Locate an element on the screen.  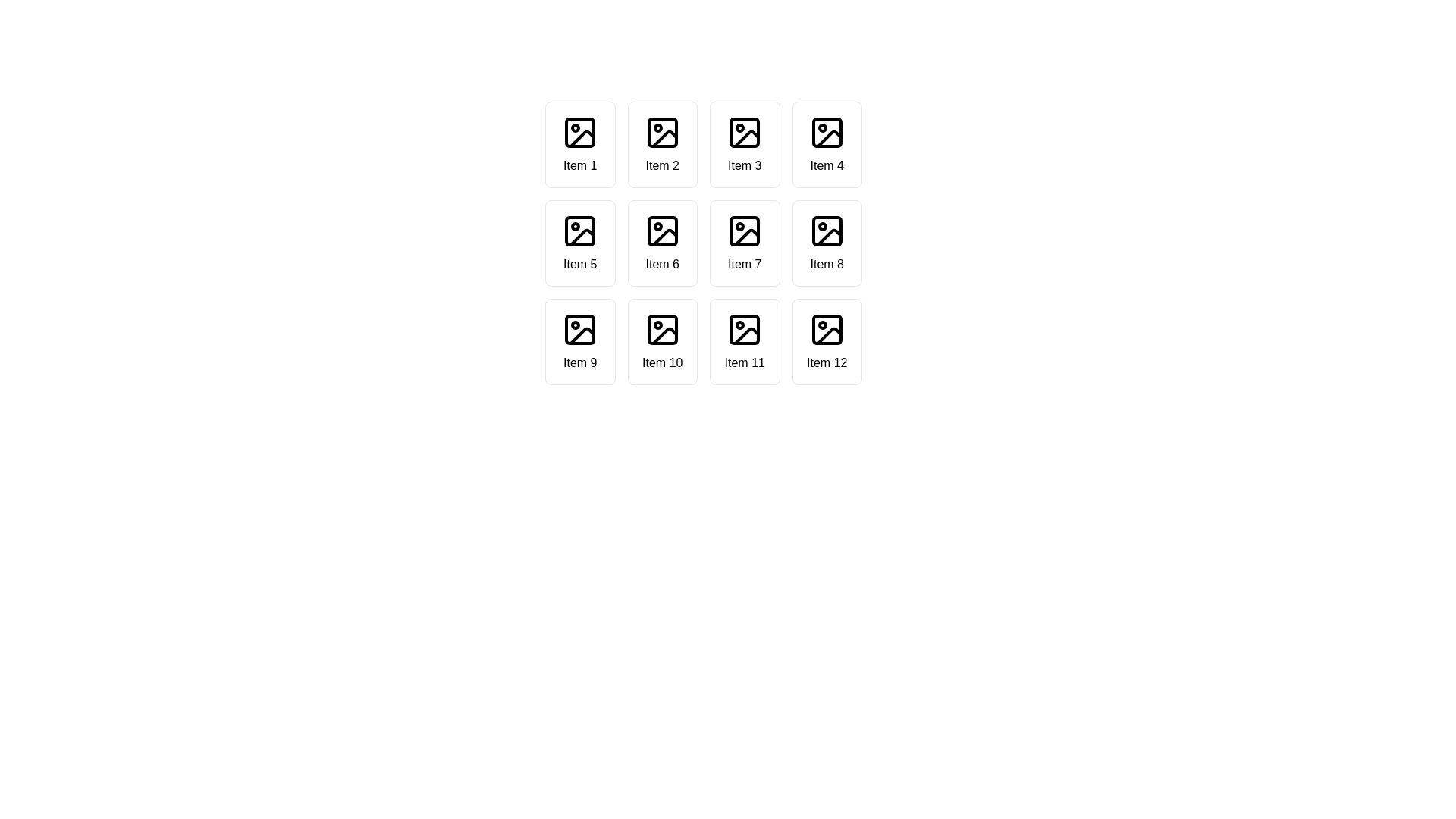
the graphical details of the square-shaped icon with rounded corners, which is located inside a larger icon in the second position of the items grid is located at coordinates (662, 131).